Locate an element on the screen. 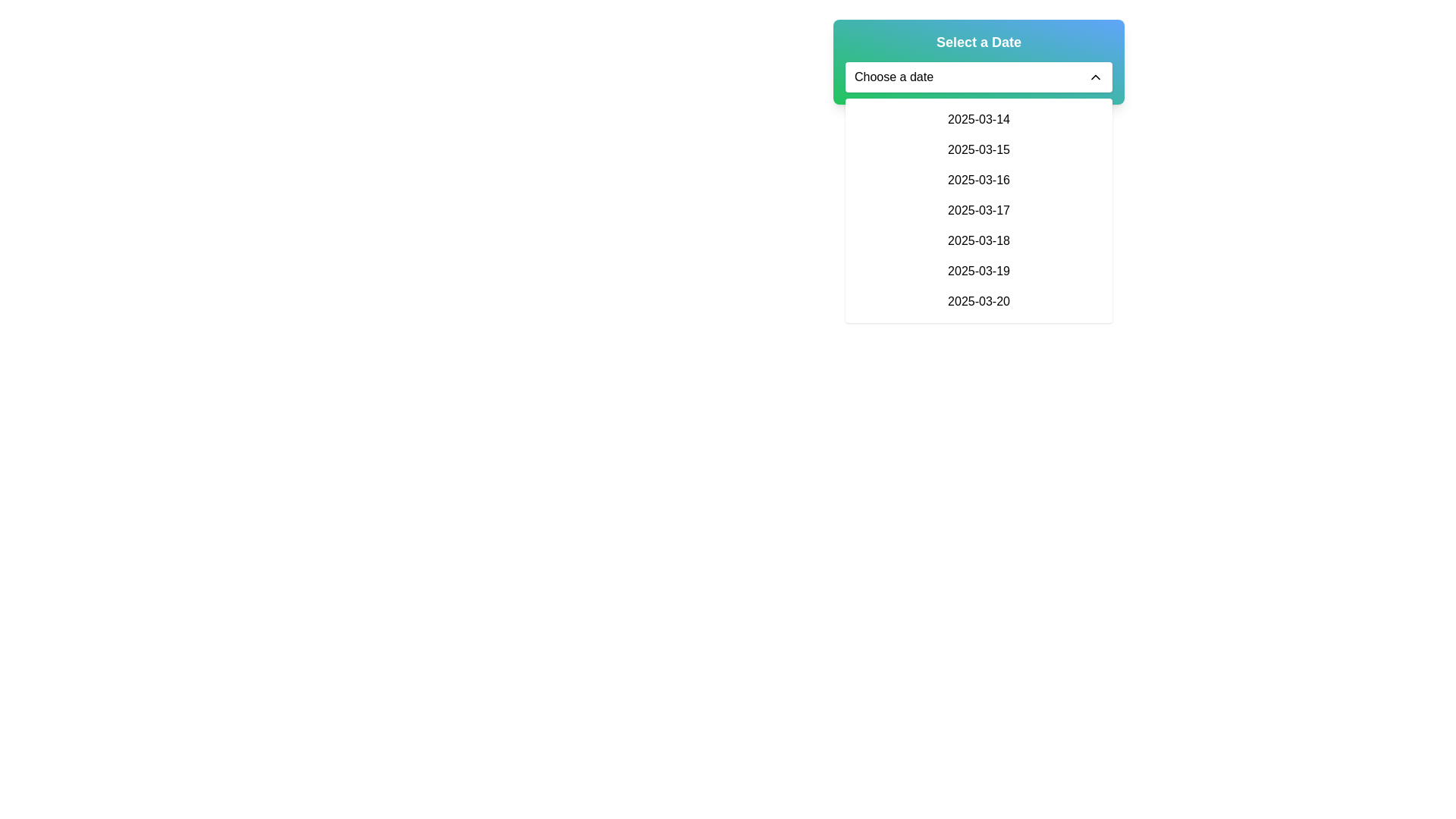 The height and width of the screenshot is (819, 1456). the Dropdown menu located within the 'Select a Date' card is located at coordinates (979, 77).